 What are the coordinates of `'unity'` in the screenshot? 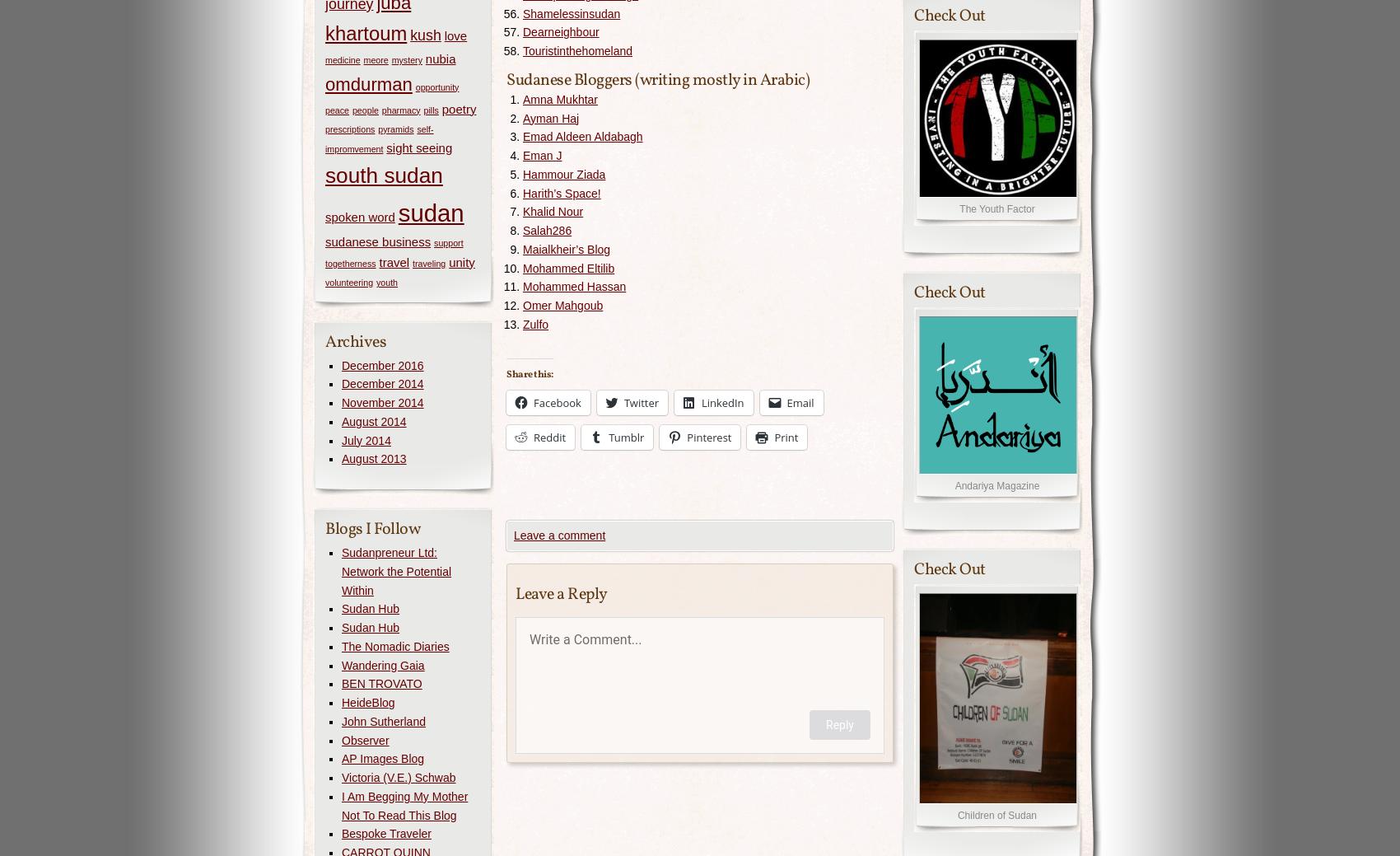 It's located at (460, 261).